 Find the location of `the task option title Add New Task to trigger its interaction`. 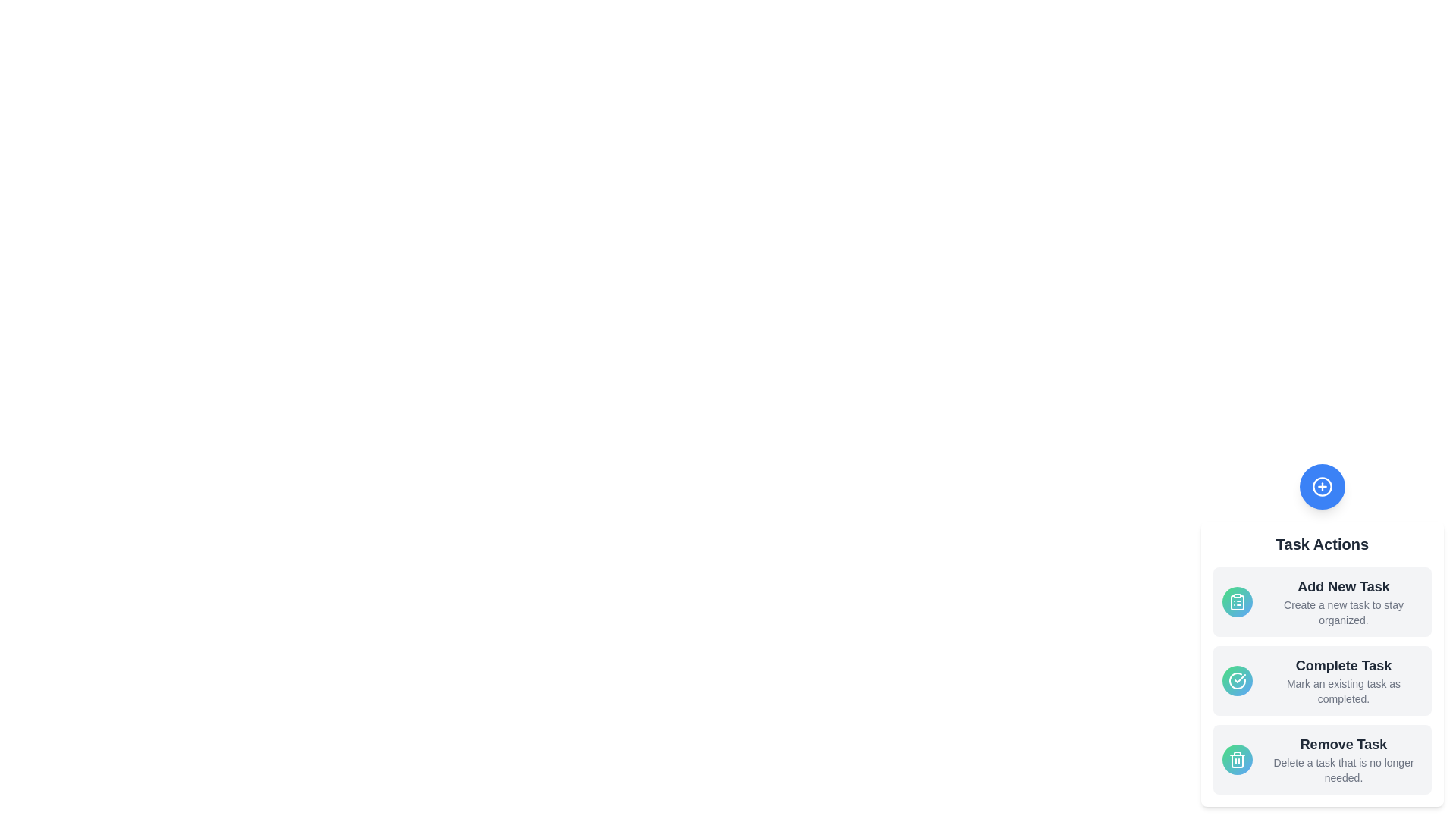

the task option title Add New Task to trigger its interaction is located at coordinates (1343, 586).